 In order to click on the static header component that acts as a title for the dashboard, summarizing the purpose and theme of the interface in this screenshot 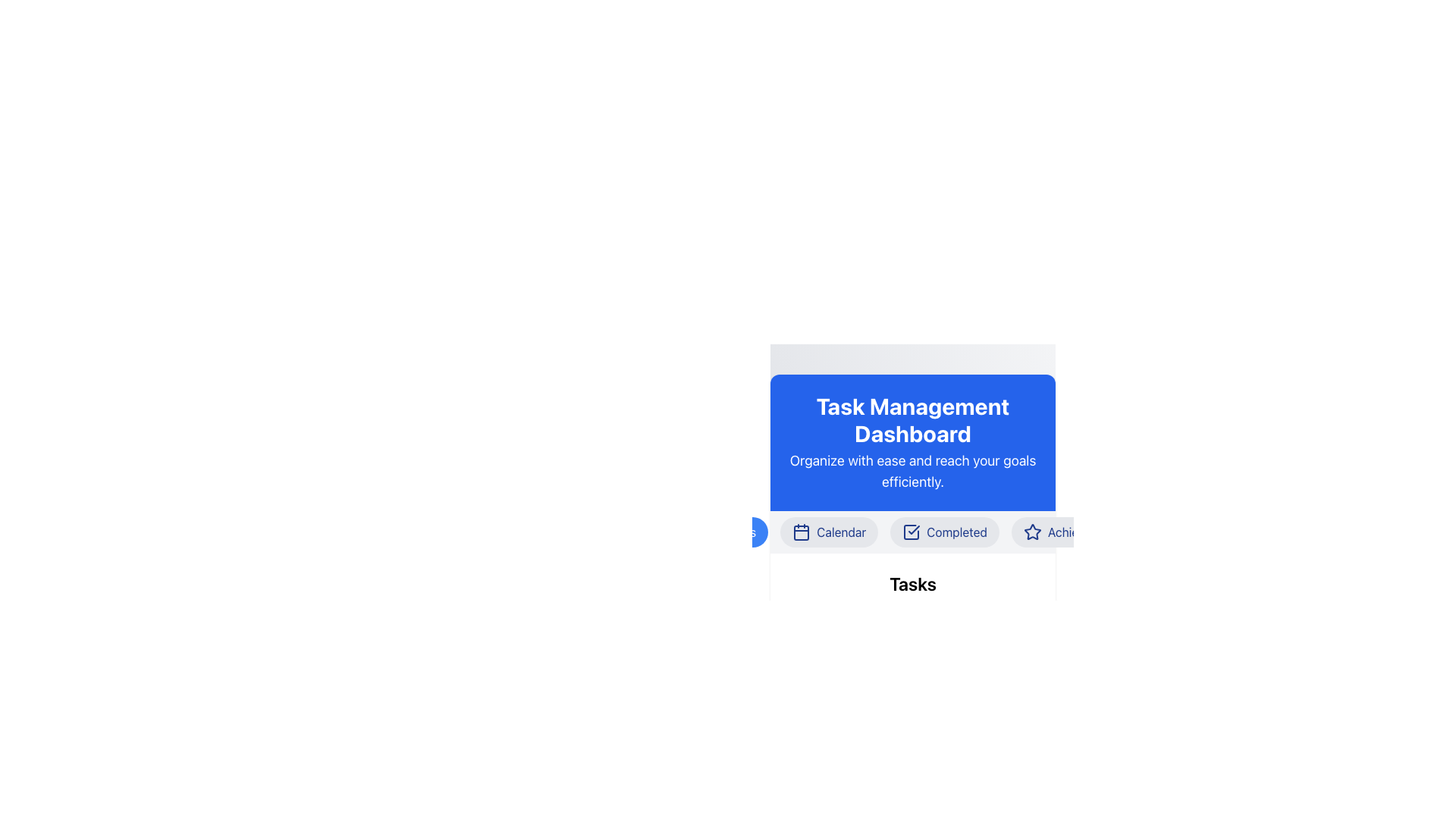, I will do `click(912, 442)`.